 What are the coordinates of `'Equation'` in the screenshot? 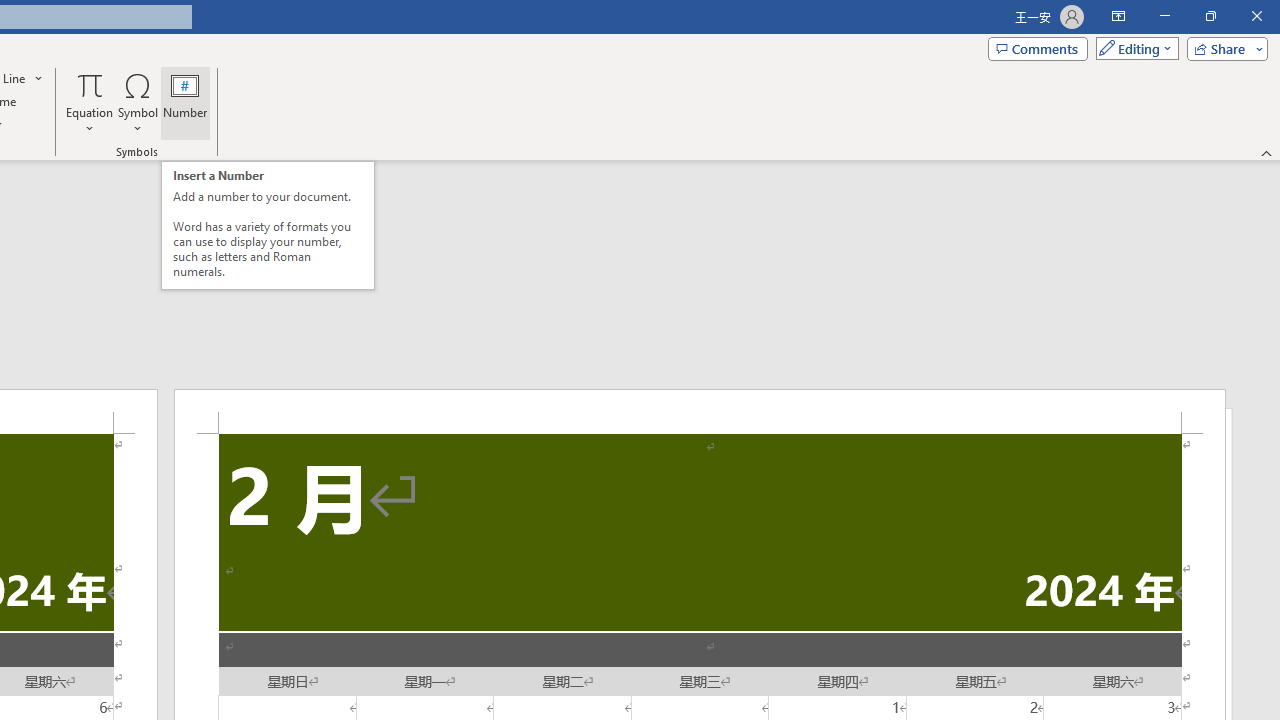 It's located at (89, 103).